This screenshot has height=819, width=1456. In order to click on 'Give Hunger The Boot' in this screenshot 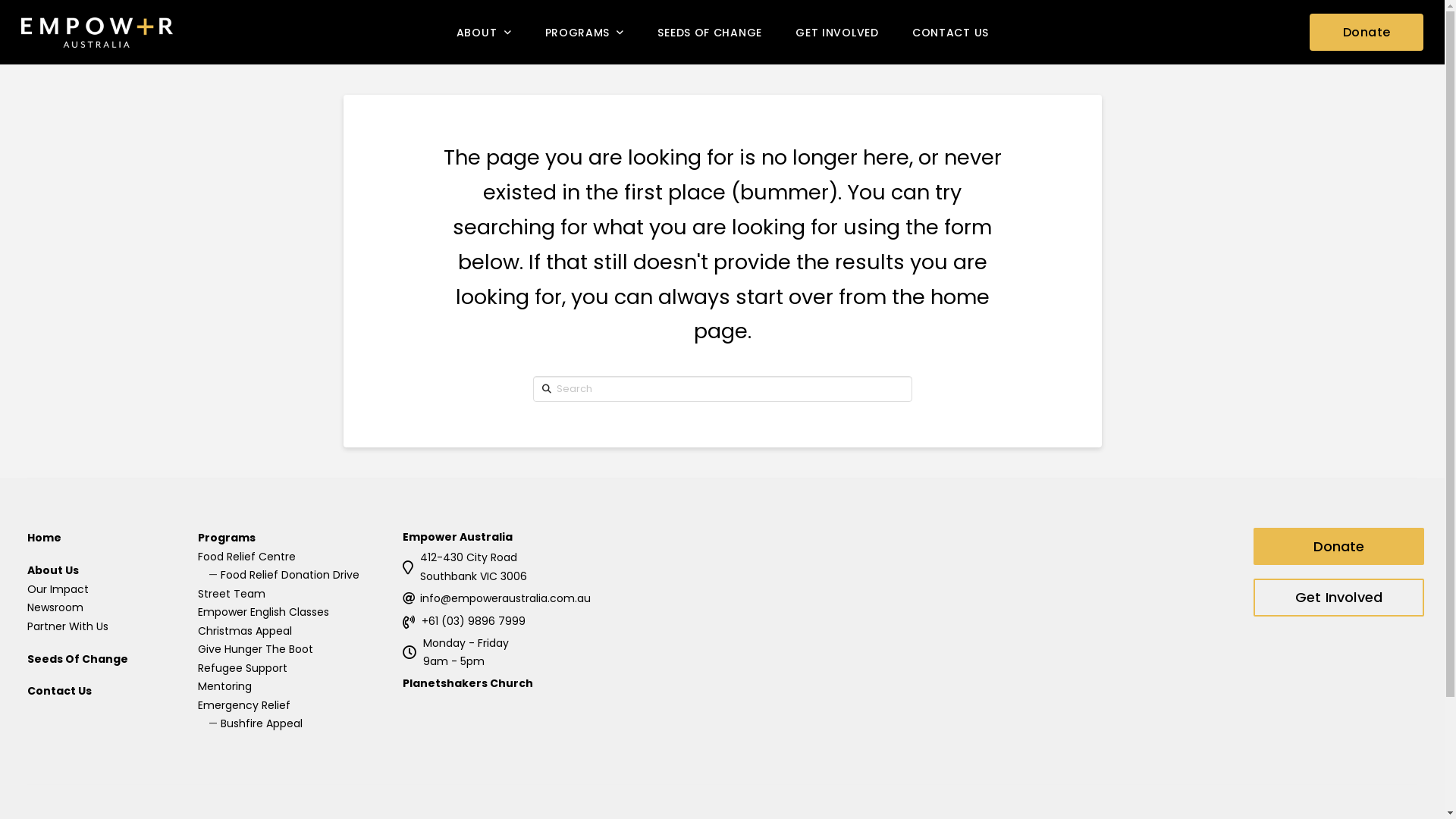, I will do `click(255, 648)`.